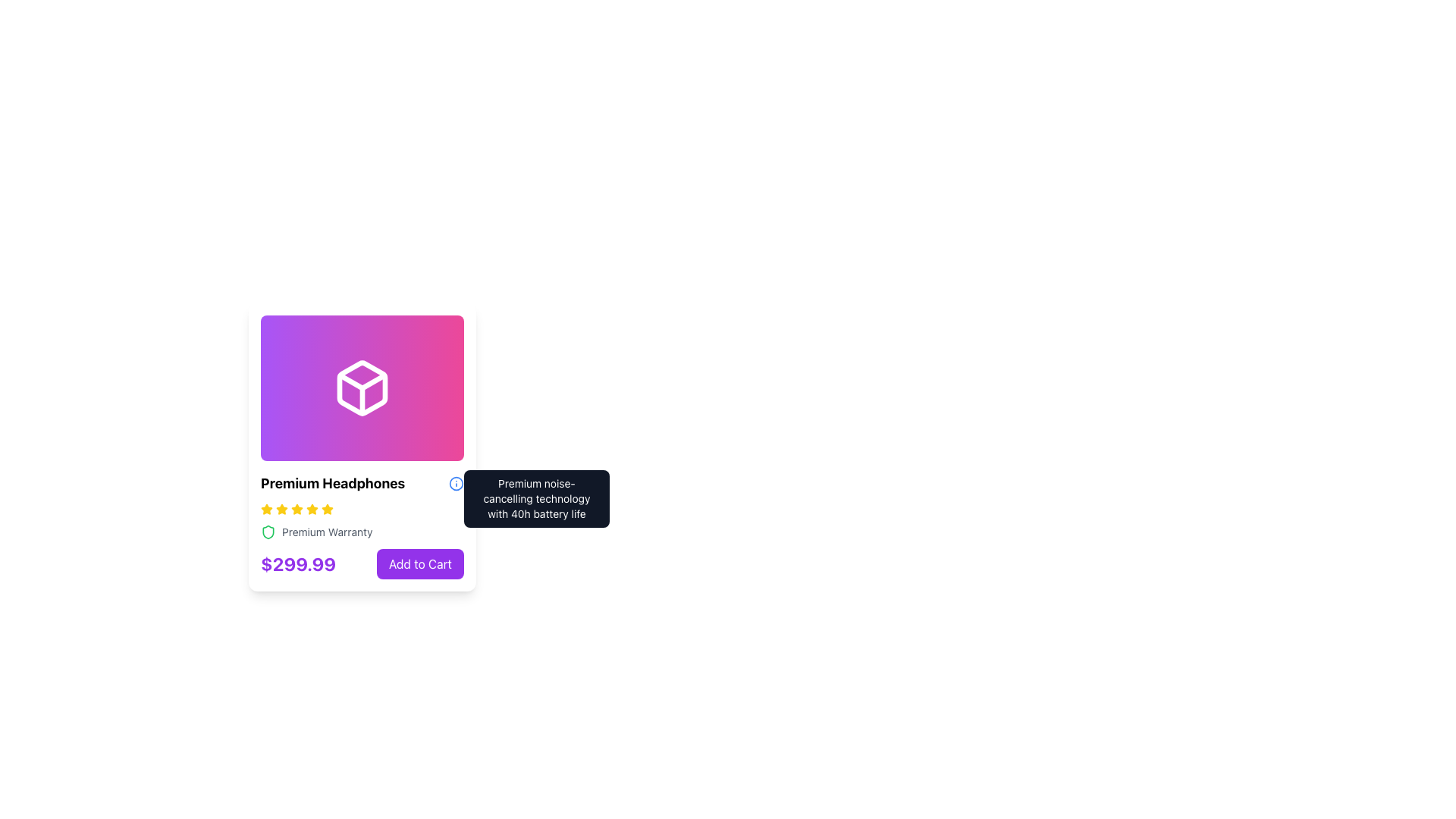  I want to click on the fourth star icon in the rating system, which is a small yellow star located near the bottom-left corner of the product card, so click(297, 509).